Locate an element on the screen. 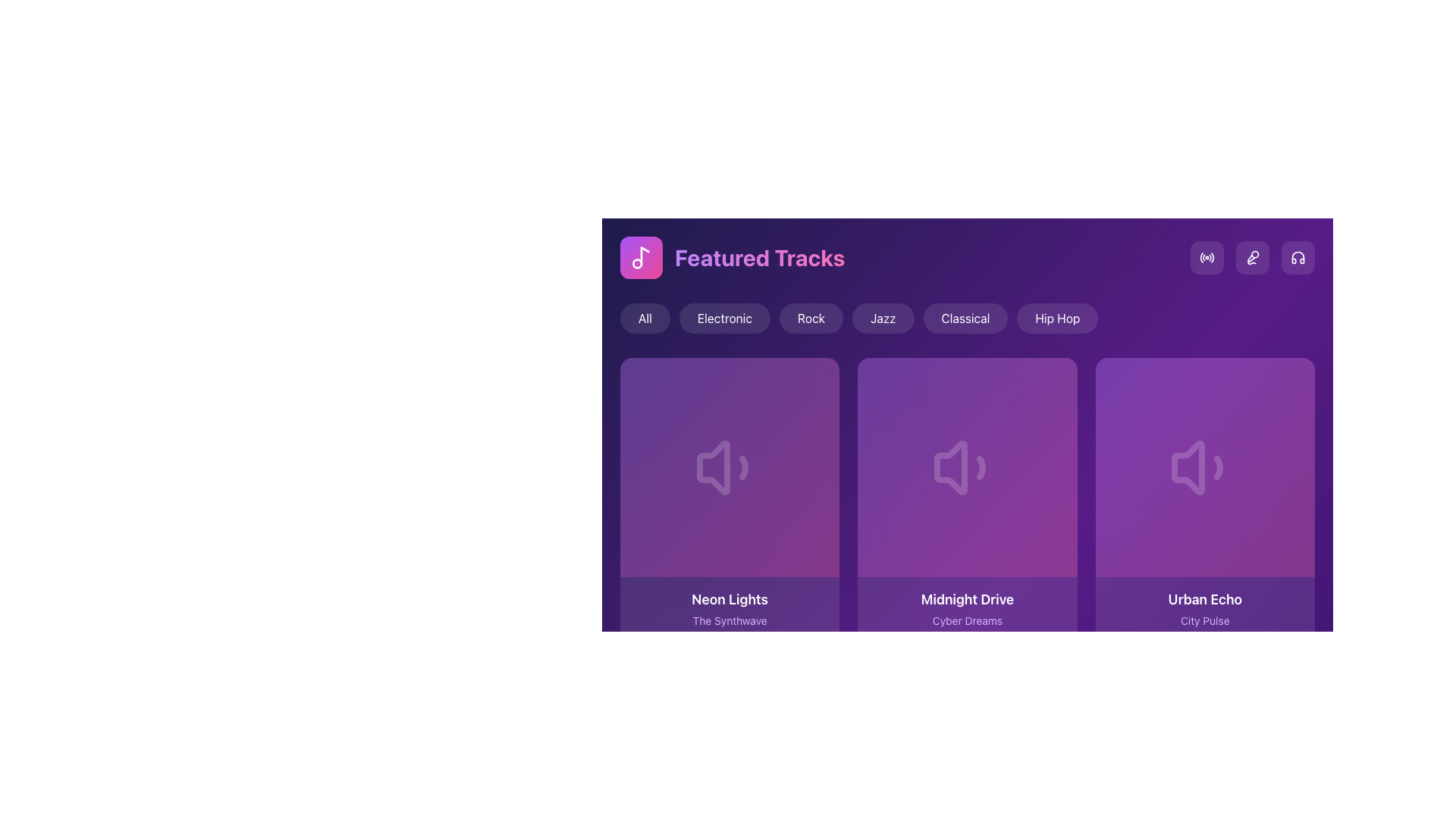 Image resolution: width=1456 pixels, height=819 pixels. the square-shaped area with a gradient background and a centrally placed speaker icon to trigger additional effects is located at coordinates (967, 466).